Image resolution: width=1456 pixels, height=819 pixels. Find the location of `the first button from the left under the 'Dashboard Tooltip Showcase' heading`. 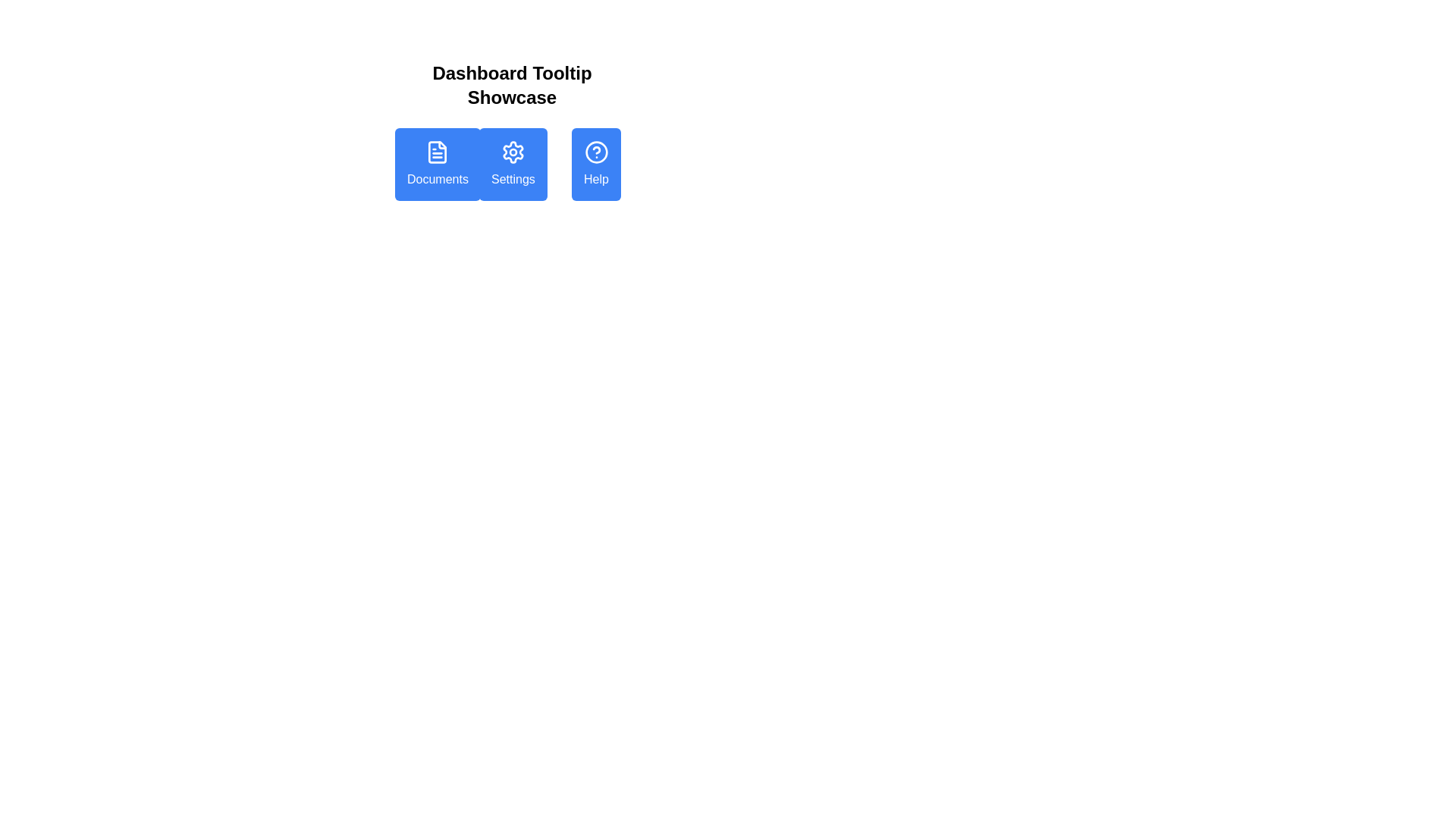

the first button from the left under the 'Dashboard Tooltip Showcase' heading is located at coordinates (427, 164).